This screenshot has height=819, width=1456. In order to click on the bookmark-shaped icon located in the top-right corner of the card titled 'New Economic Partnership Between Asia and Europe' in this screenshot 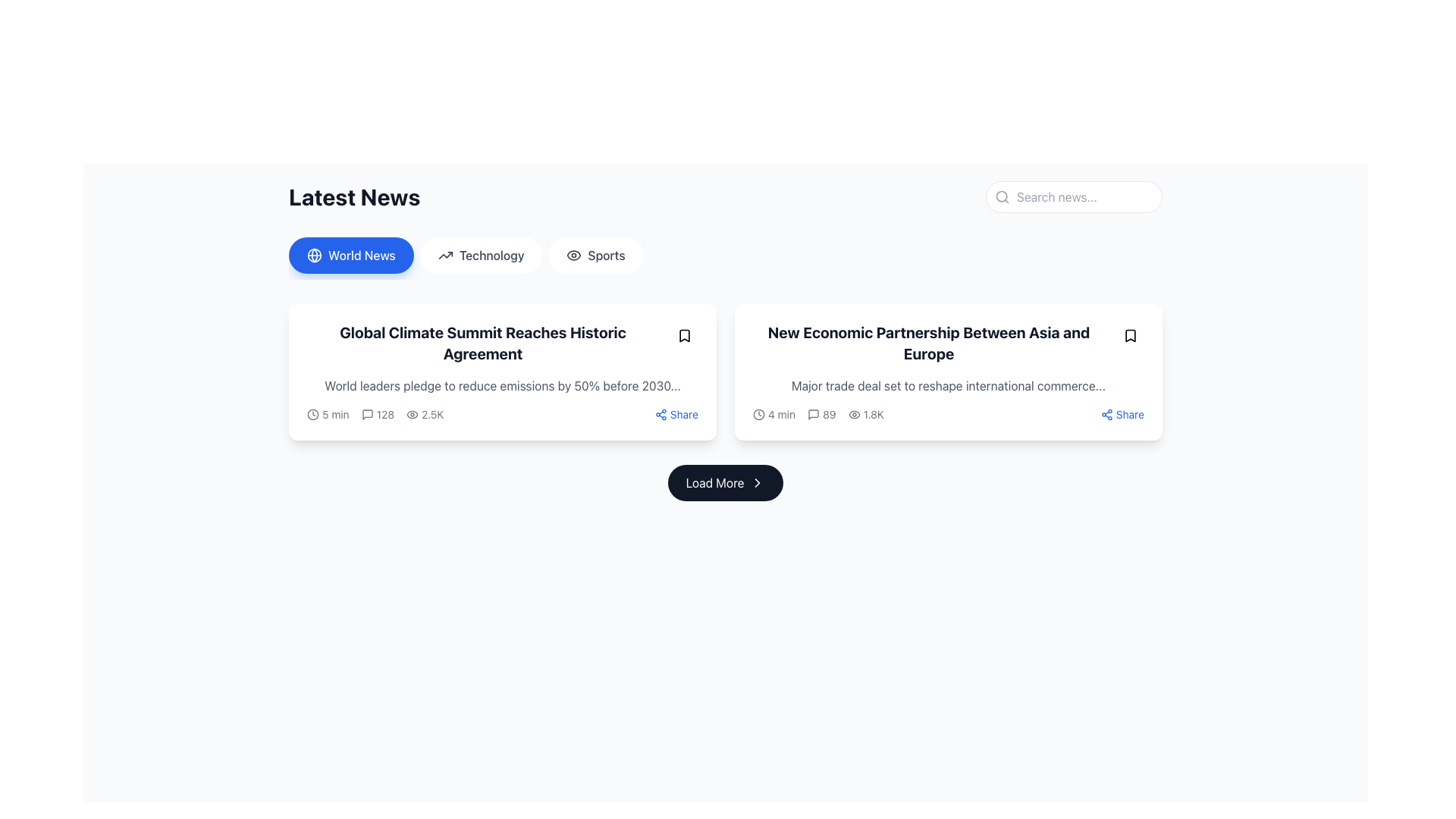, I will do `click(1131, 335)`.